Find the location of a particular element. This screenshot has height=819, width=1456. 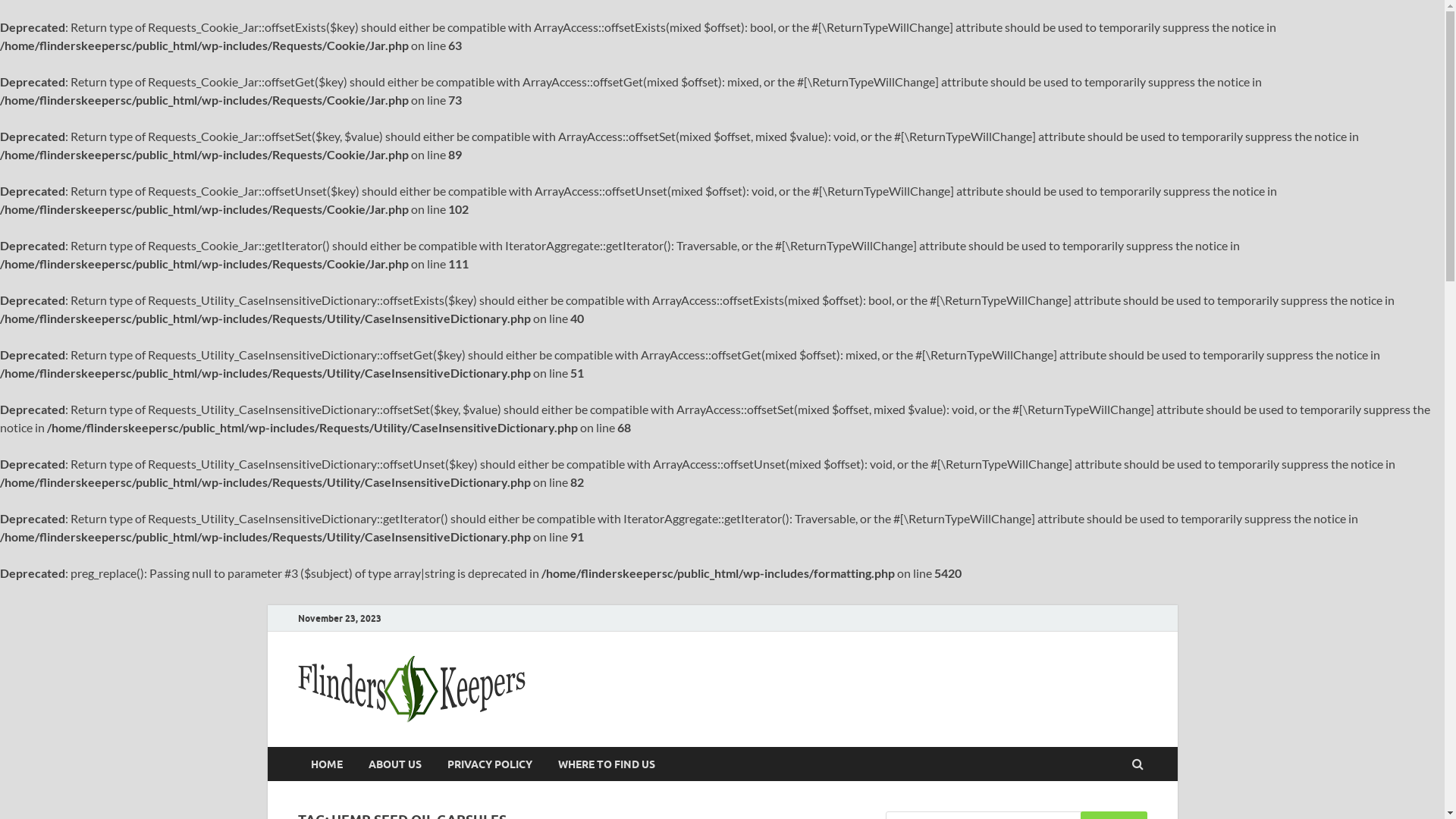

'WHERE TO FIND US' is located at coordinates (544, 764).